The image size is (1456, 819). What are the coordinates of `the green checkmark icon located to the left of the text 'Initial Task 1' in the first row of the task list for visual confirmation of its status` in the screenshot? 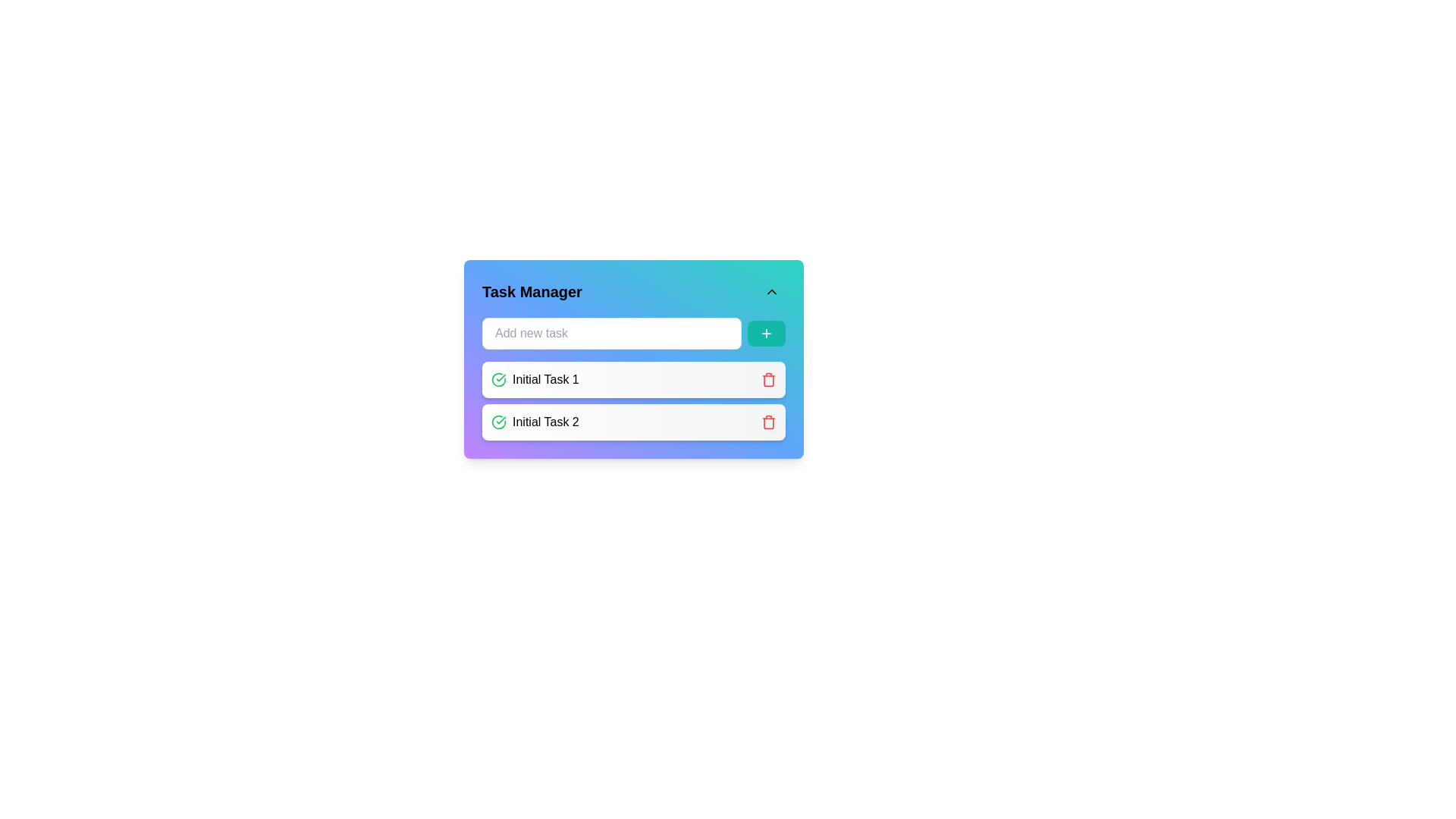 It's located at (498, 379).